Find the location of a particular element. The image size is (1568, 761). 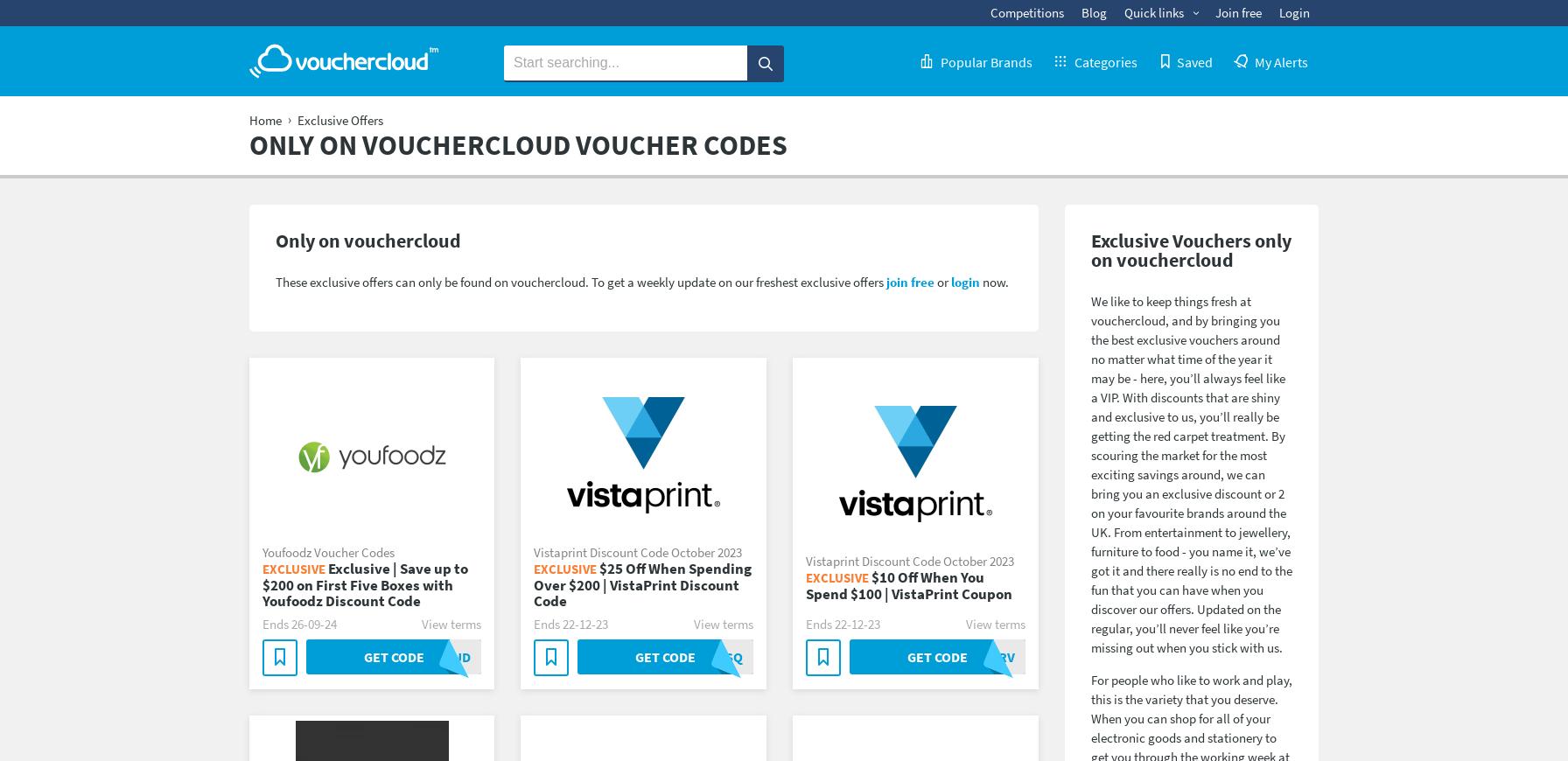

'Youfoodz Voucher Codes' is located at coordinates (262, 550).